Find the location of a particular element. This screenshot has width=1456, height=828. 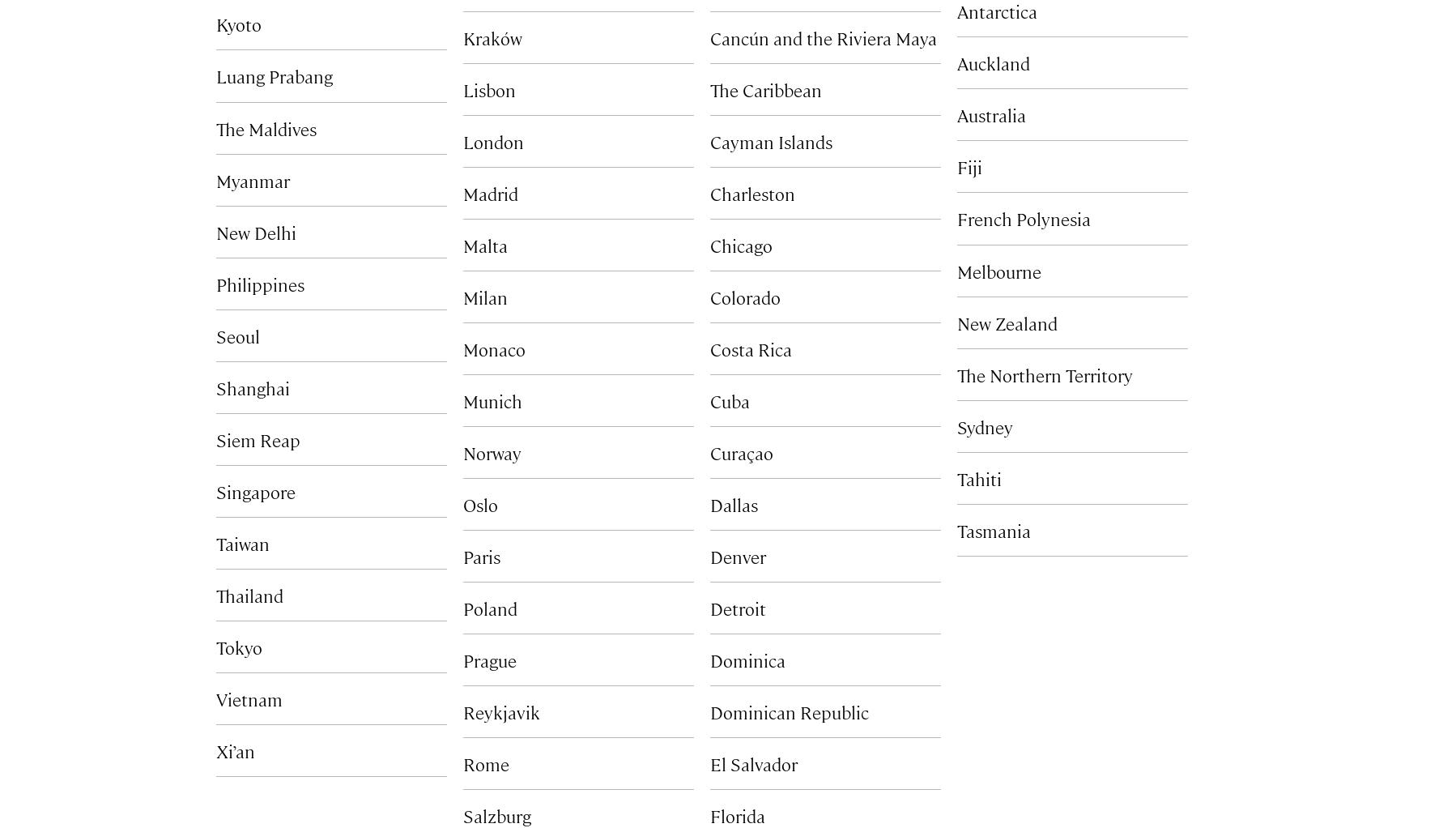

'Prague' is located at coordinates (462, 659).